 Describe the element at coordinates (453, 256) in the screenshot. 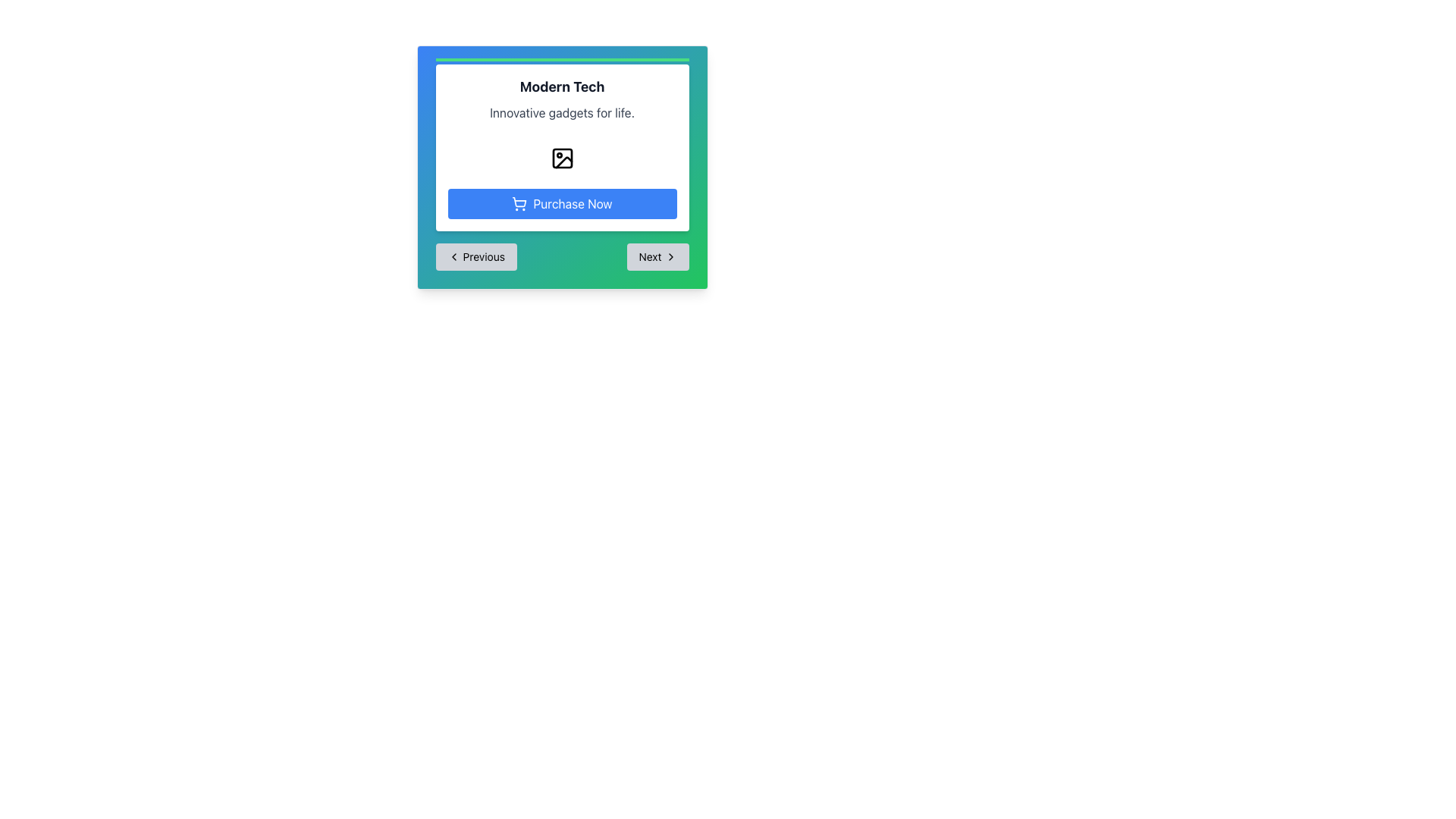

I see `the leftward-pointing arrow icon within the 'Previous' button` at that location.